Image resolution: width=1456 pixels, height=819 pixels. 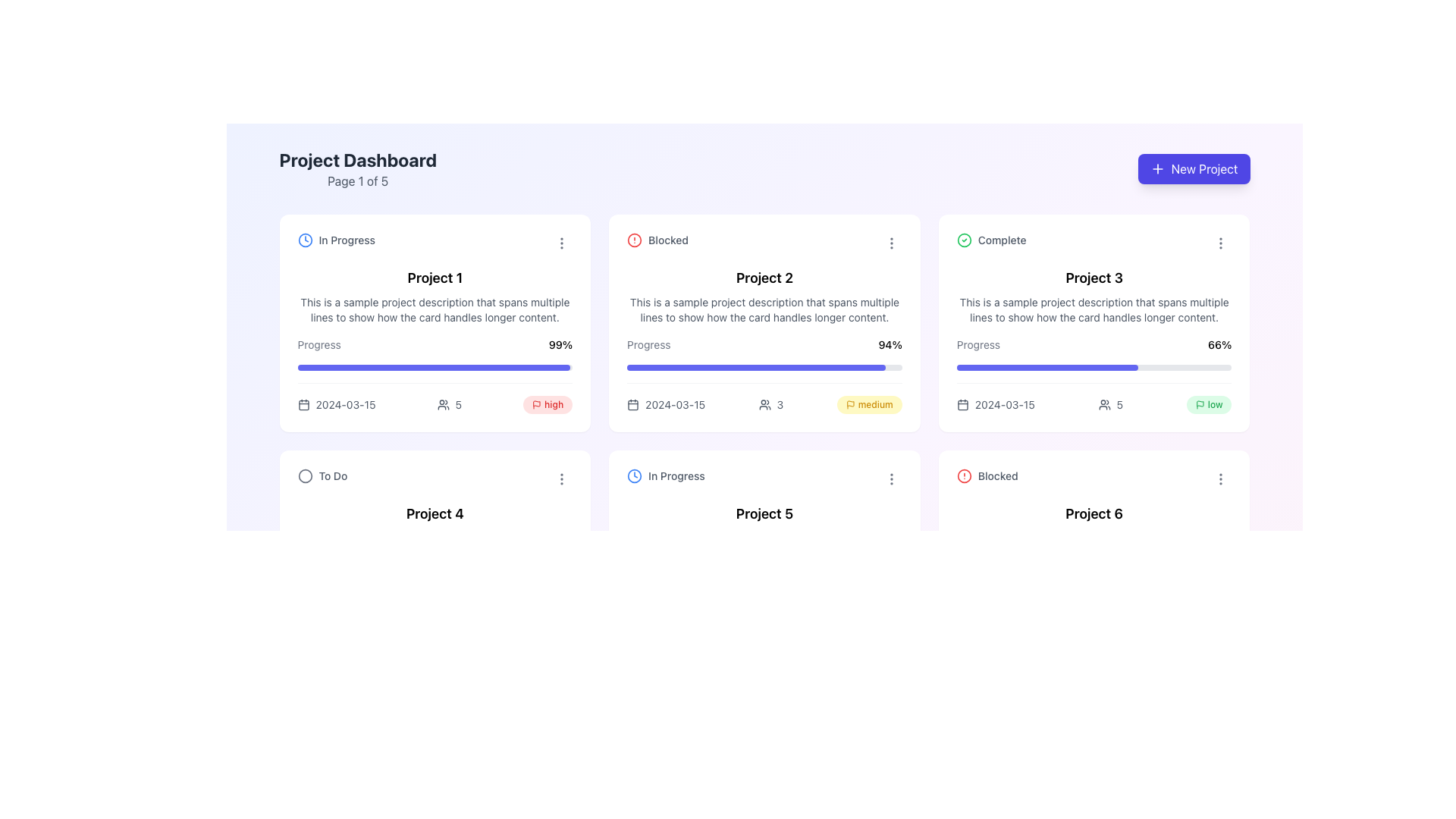 I want to click on the vertical ellipsis icon in the upper-right corner of the 'Project 3' card, so click(x=1221, y=242).